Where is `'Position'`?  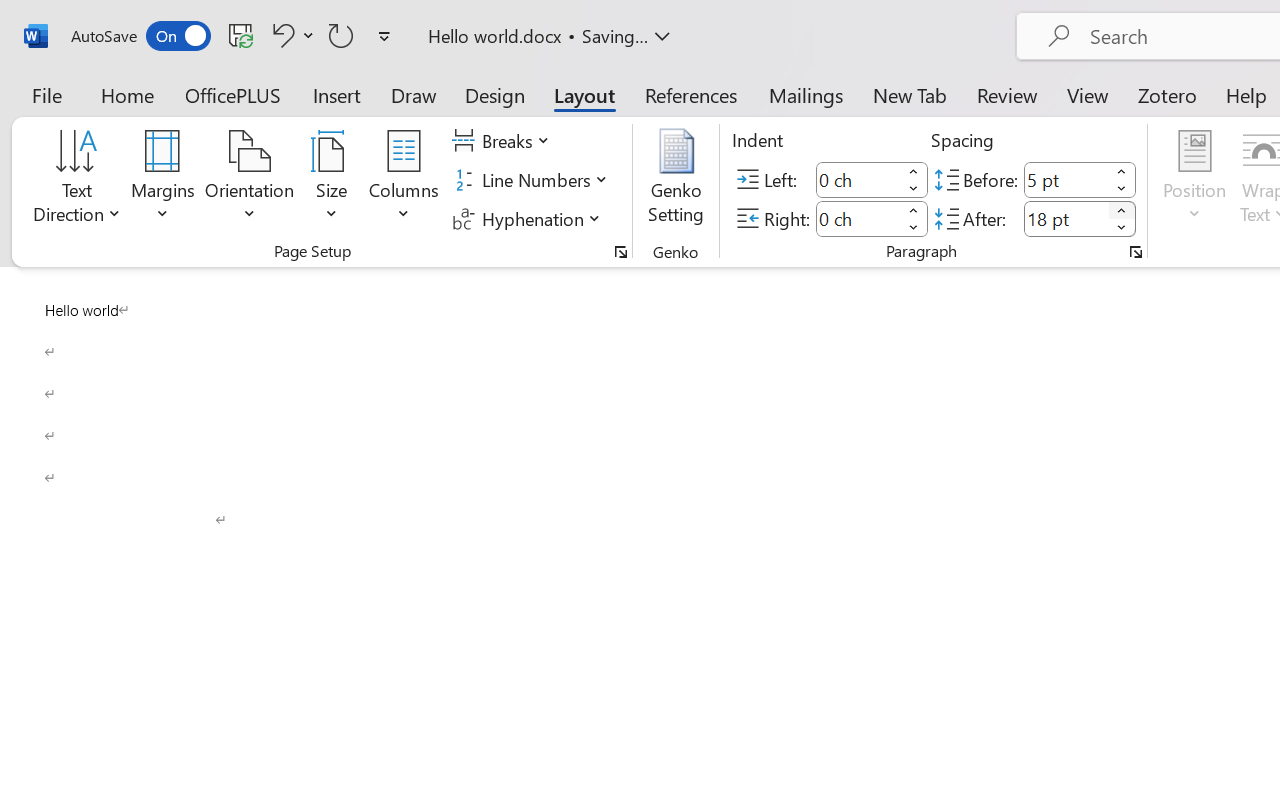
'Position' is located at coordinates (1194, 179).